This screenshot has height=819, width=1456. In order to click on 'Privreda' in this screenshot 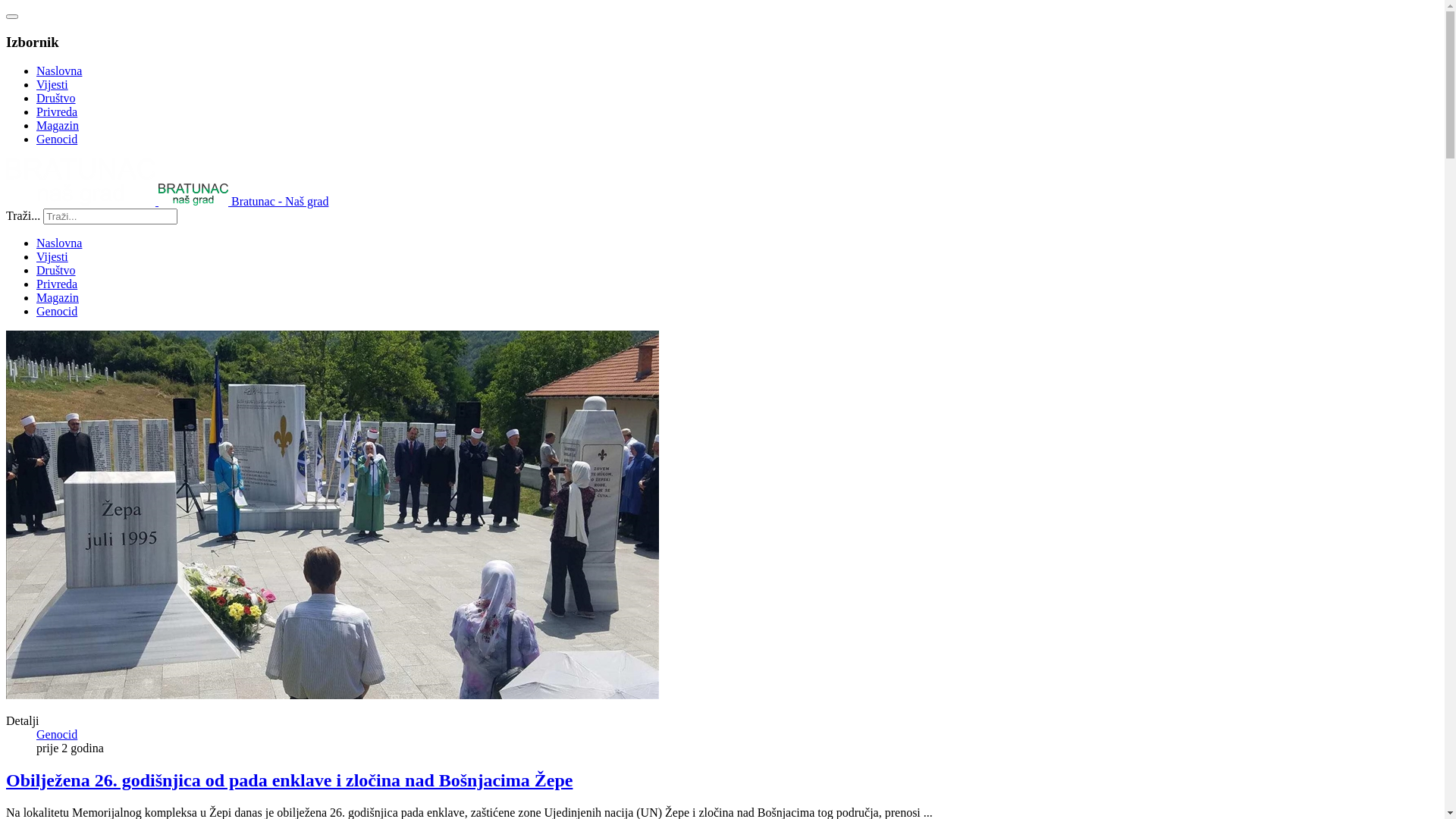, I will do `click(57, 284)`.